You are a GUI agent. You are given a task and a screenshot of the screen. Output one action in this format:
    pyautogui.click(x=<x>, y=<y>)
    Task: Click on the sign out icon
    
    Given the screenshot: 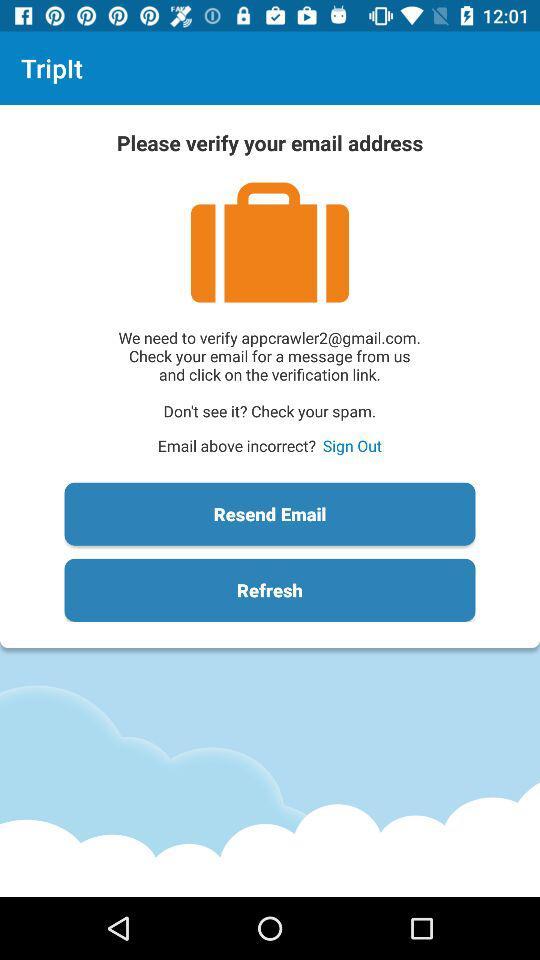 What is the action you would take?
    pyautogui.click(x=351, y=445)
    